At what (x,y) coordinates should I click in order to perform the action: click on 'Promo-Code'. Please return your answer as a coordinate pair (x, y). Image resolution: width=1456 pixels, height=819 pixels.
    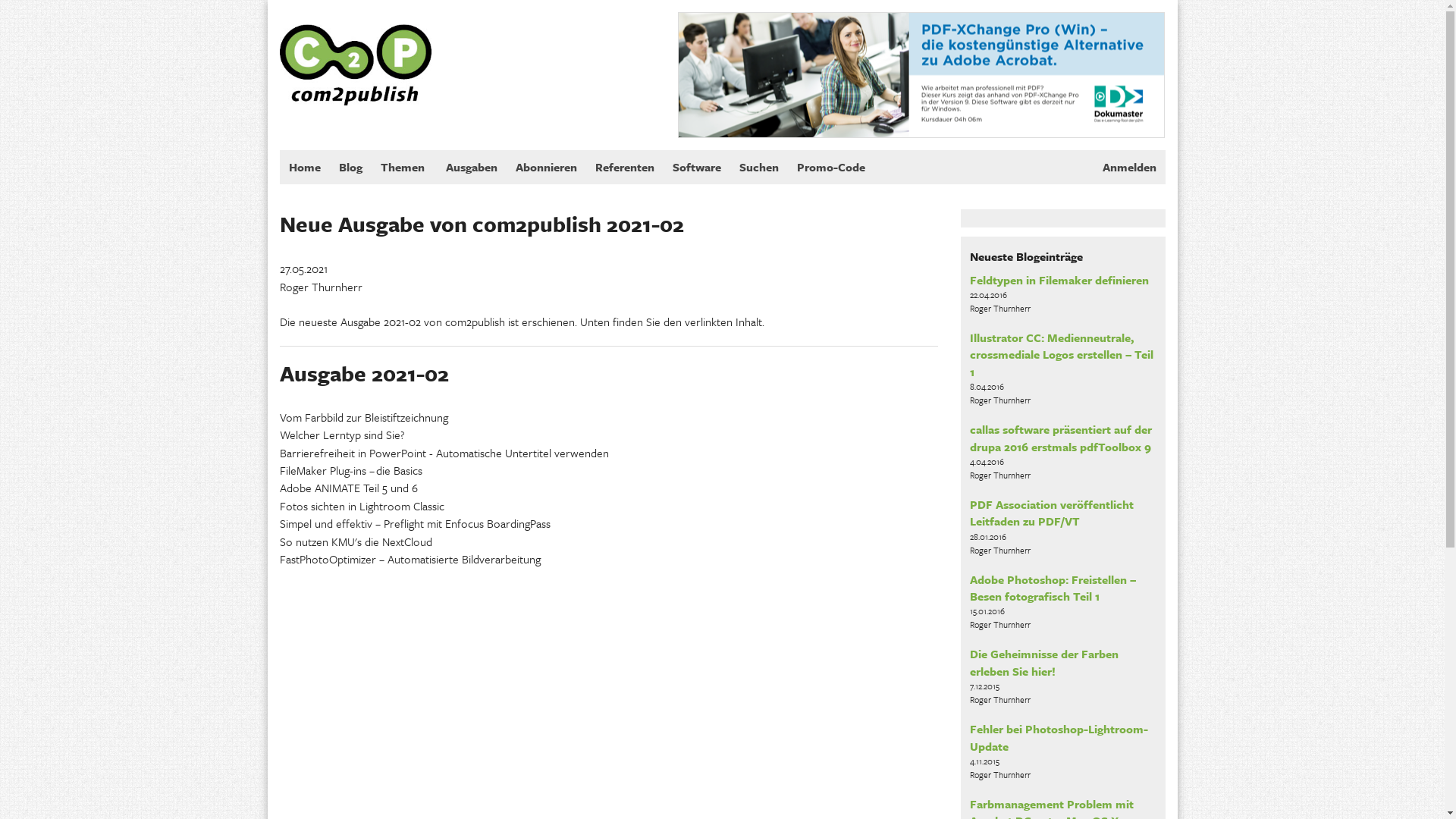
    Looking at the image, I should click on (829, 167).